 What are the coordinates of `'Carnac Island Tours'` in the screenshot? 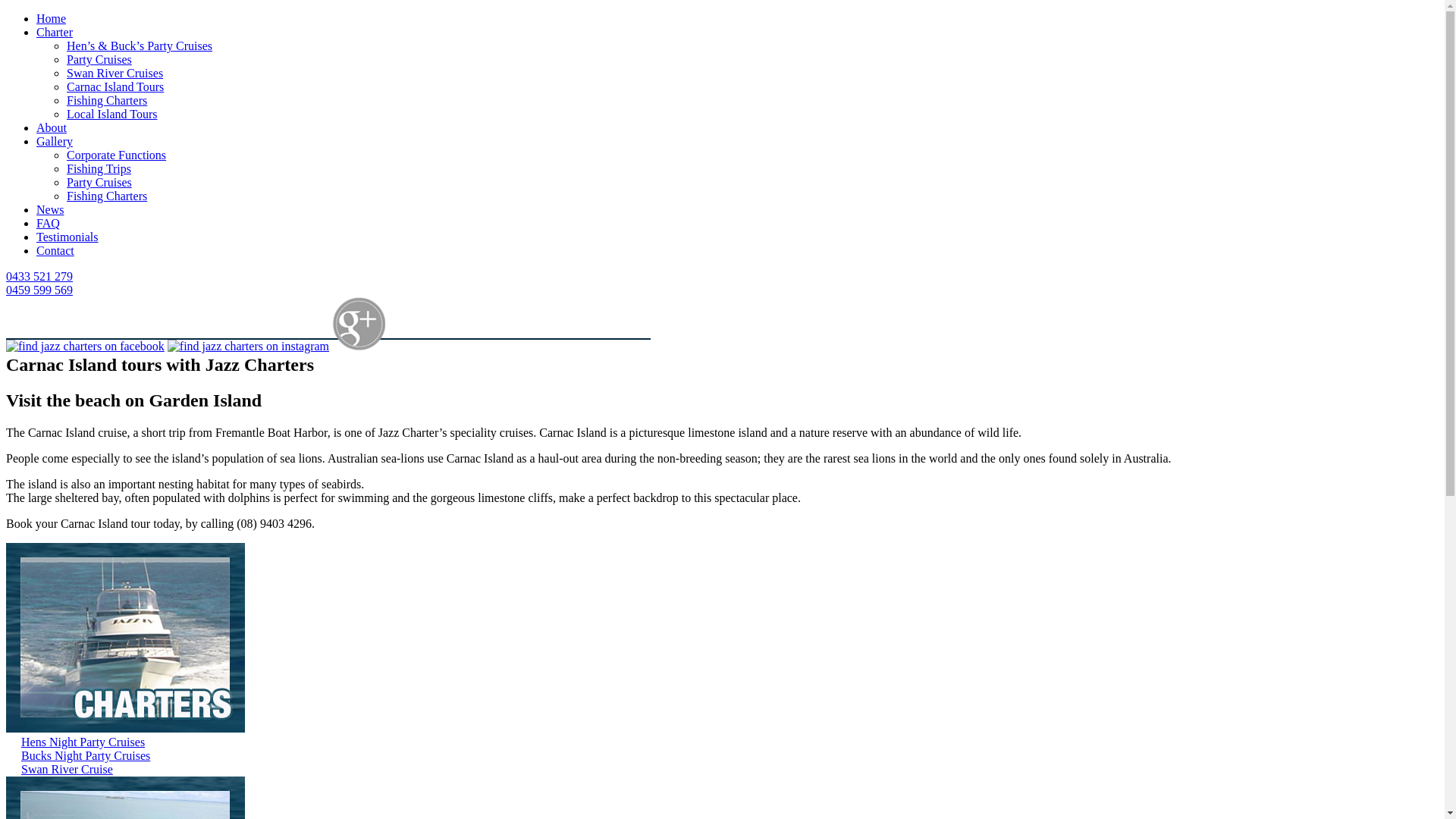 It's located at (115, 86).